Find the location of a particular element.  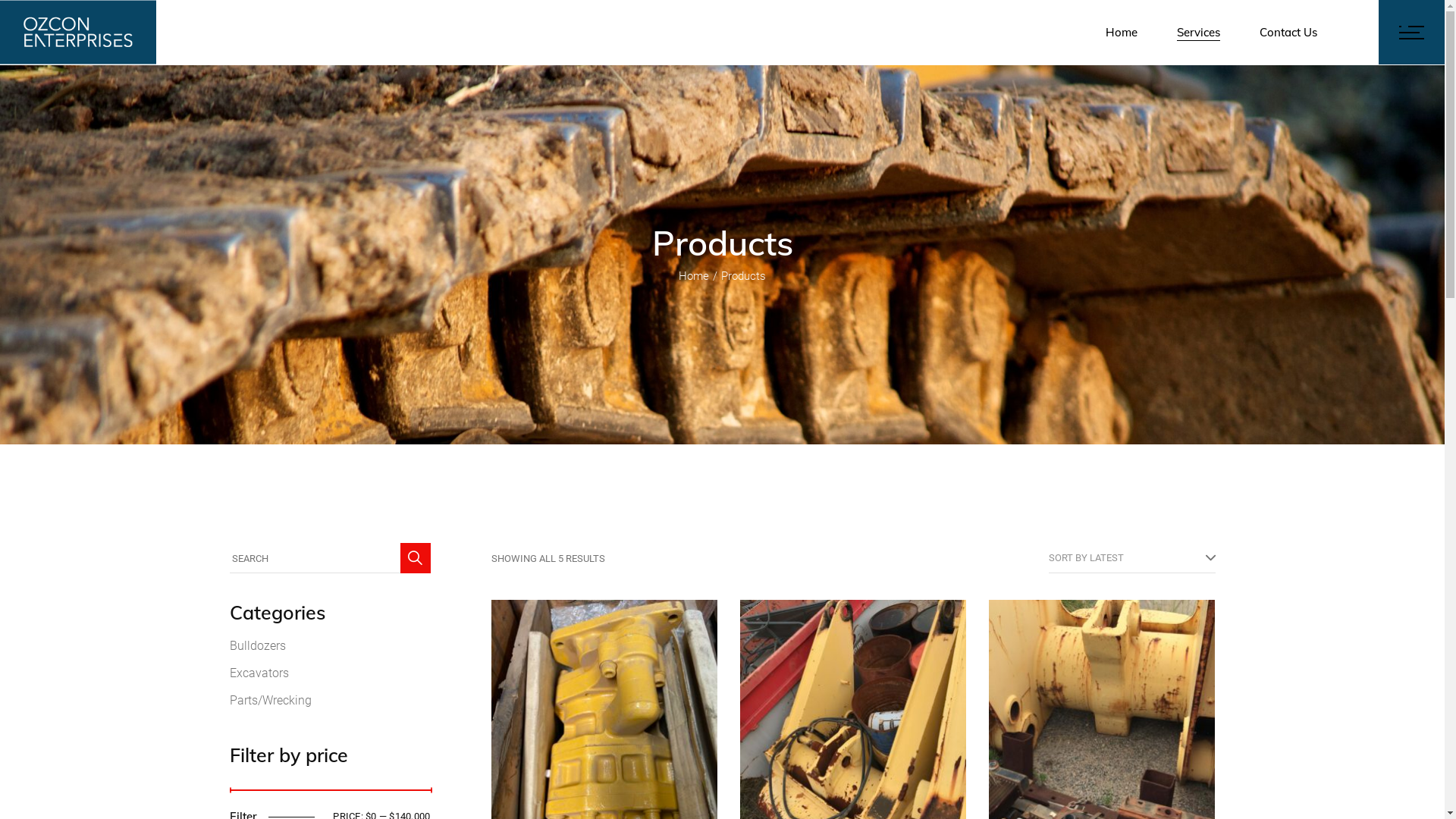

'Contact Us' is located at coordinates (1288, 32).